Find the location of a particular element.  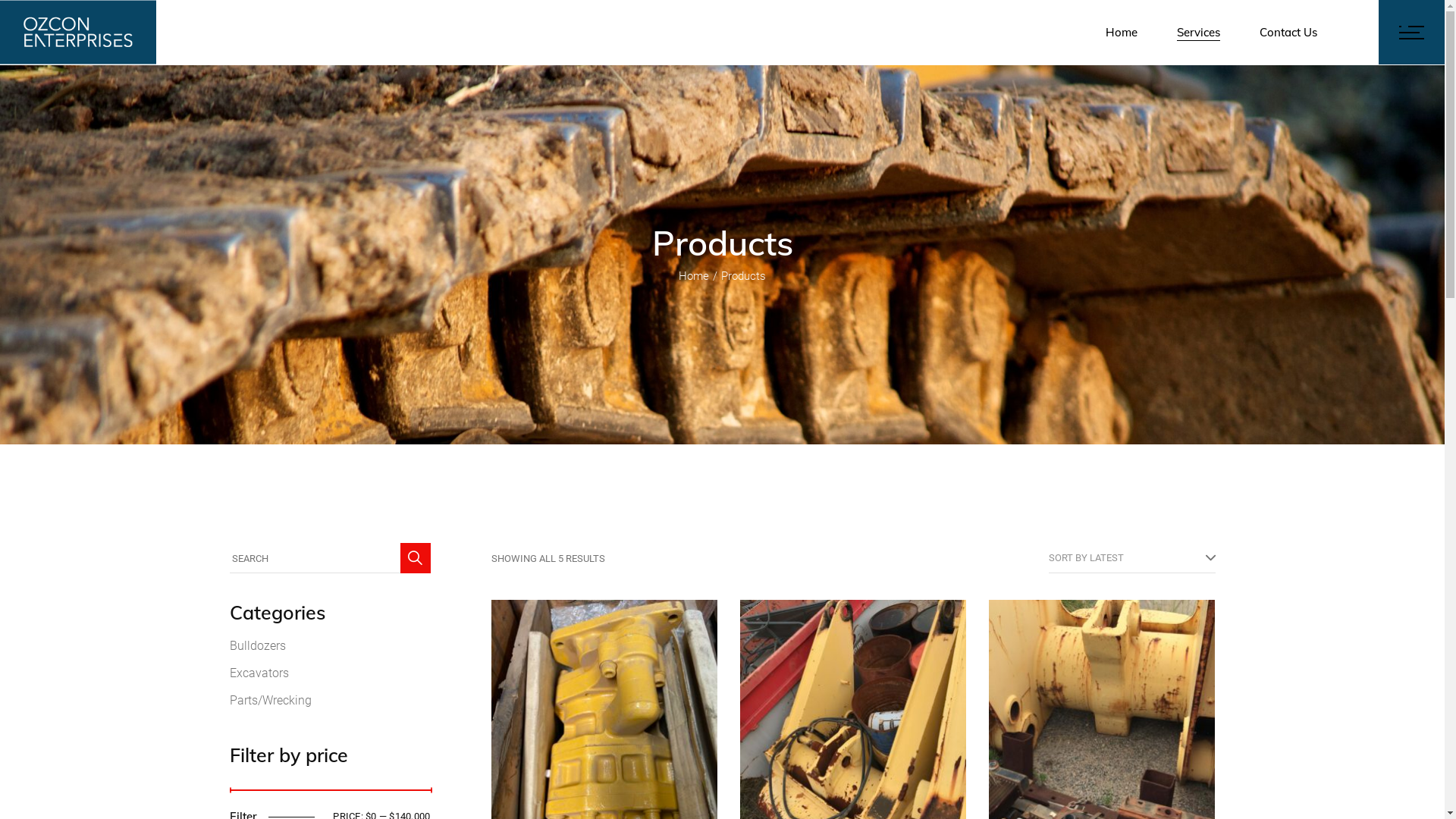

'Contact Us' is located at coordinates (1288, 32).